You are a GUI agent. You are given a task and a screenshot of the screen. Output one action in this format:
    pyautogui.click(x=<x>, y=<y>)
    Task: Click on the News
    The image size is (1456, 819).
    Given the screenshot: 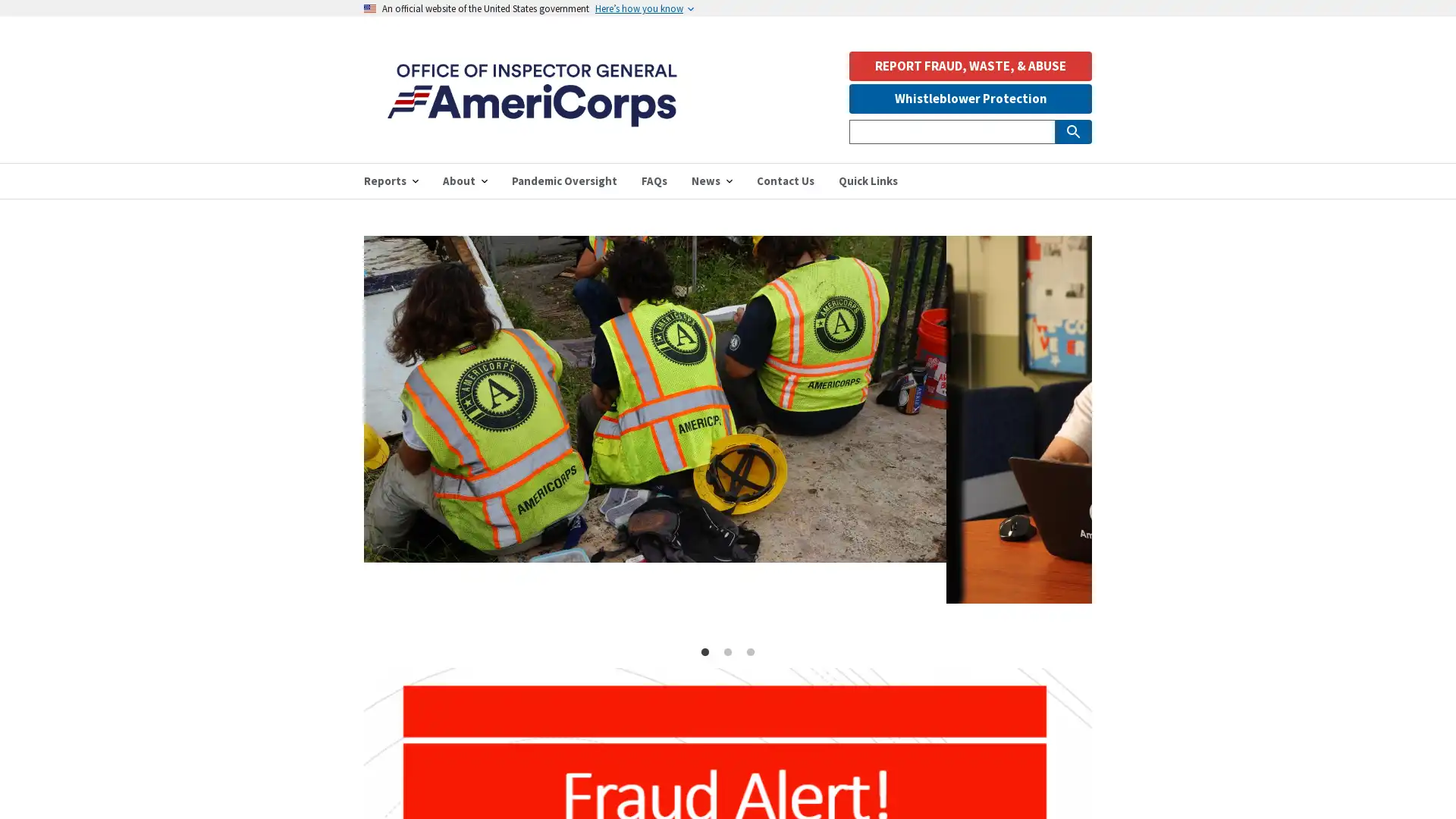 What is the action you would take?
    pyautogui.click(x=711, y=180)
    